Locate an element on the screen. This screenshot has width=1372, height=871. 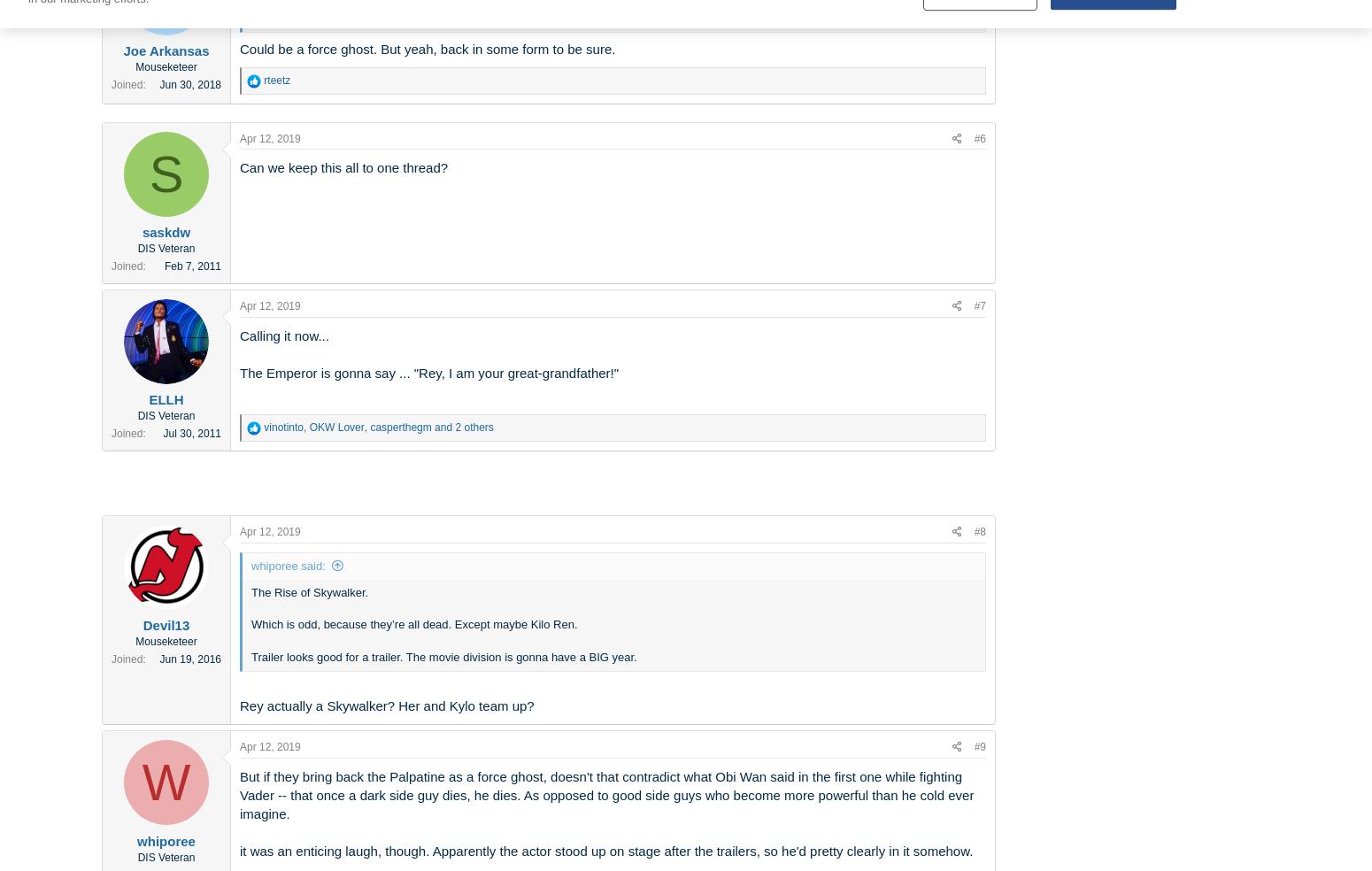
'saskdw' is located at coordinates (165, 231).